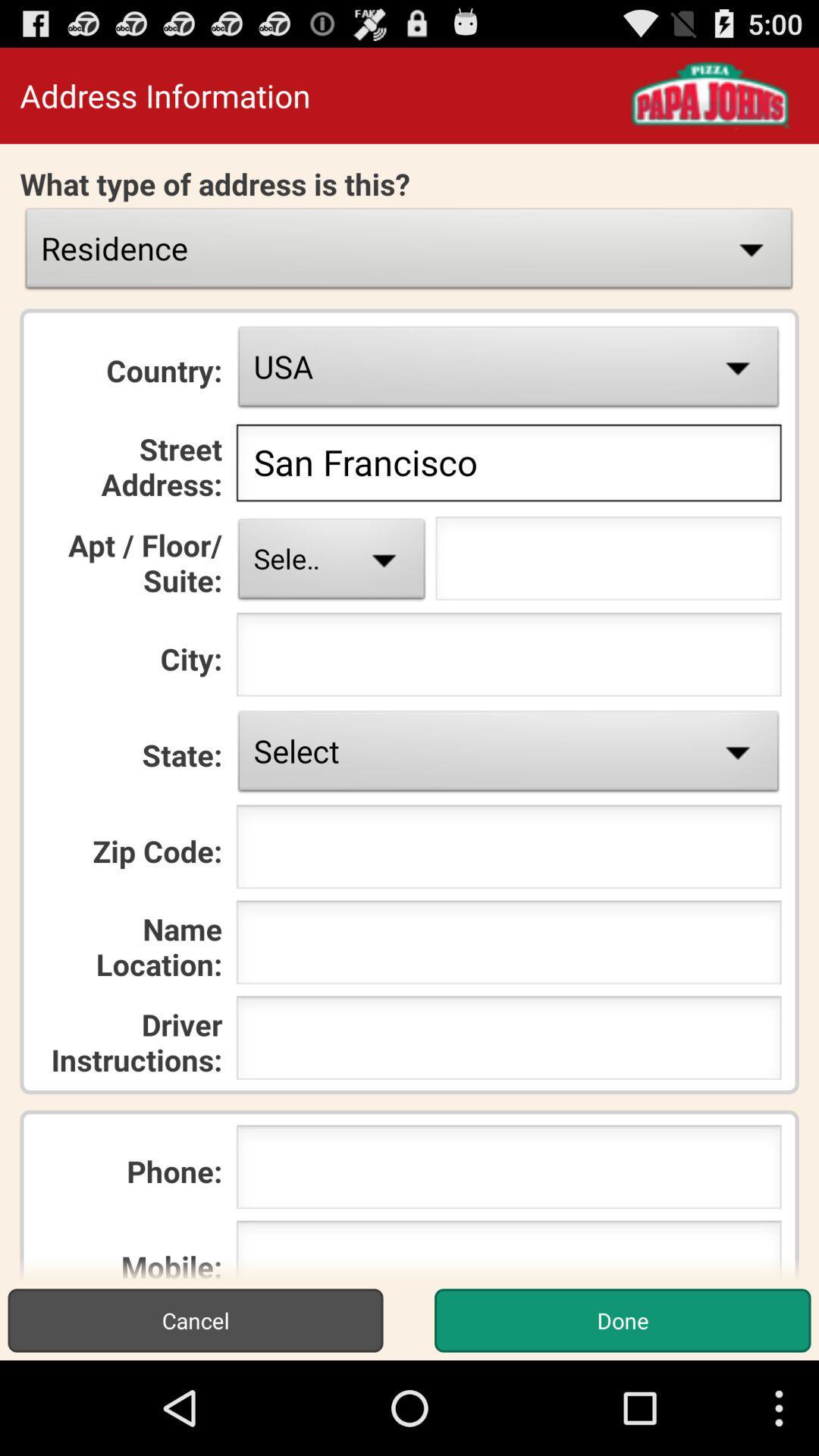 Image resolution: width=819 pixels, height=1456 pixels. What do you see at coordinates (509, 851) in the screenshot?
I see `the zip code pox` at bounding box center [509, 851].